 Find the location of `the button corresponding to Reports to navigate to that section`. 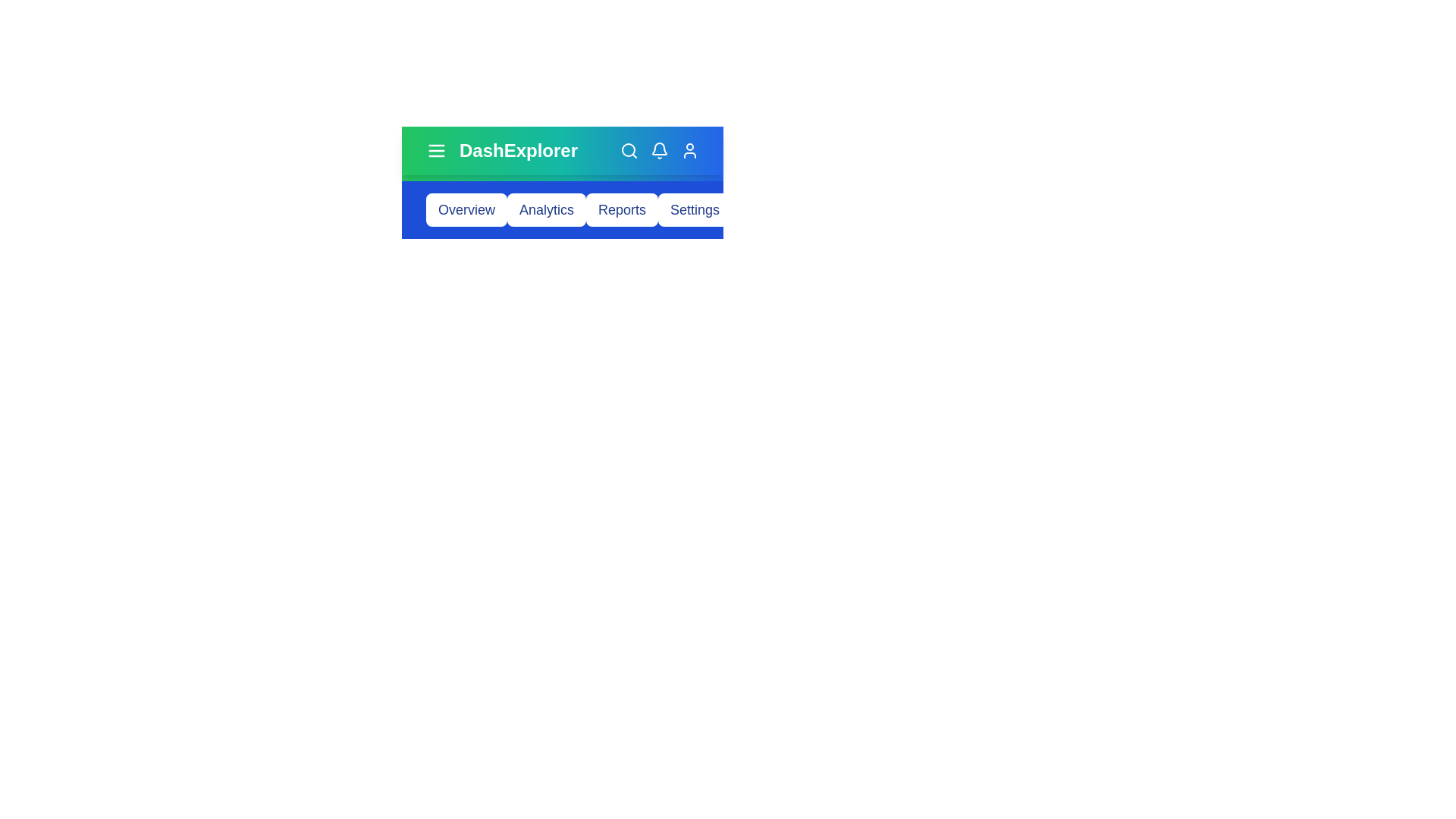

the button corresponding to Reports to navigate to that section is located at coordinates (622, 210).